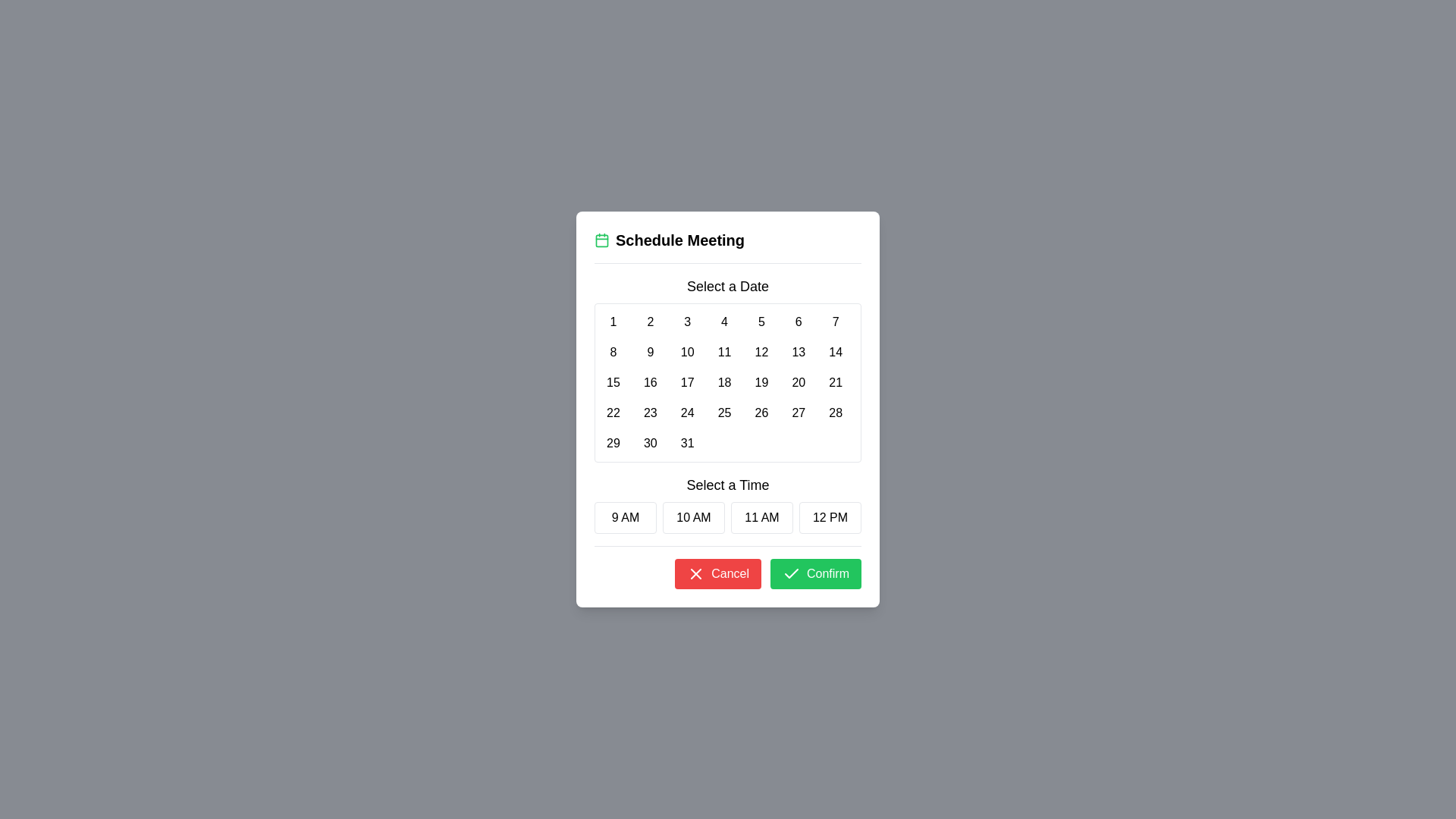 The height and width of the screenshot is (819, 1456). What do you see at coordinates (613, 353) in the screenshot?
I see `the date selection button located in the second row, first column of the calendar grid` at bounding box center [613, 353].